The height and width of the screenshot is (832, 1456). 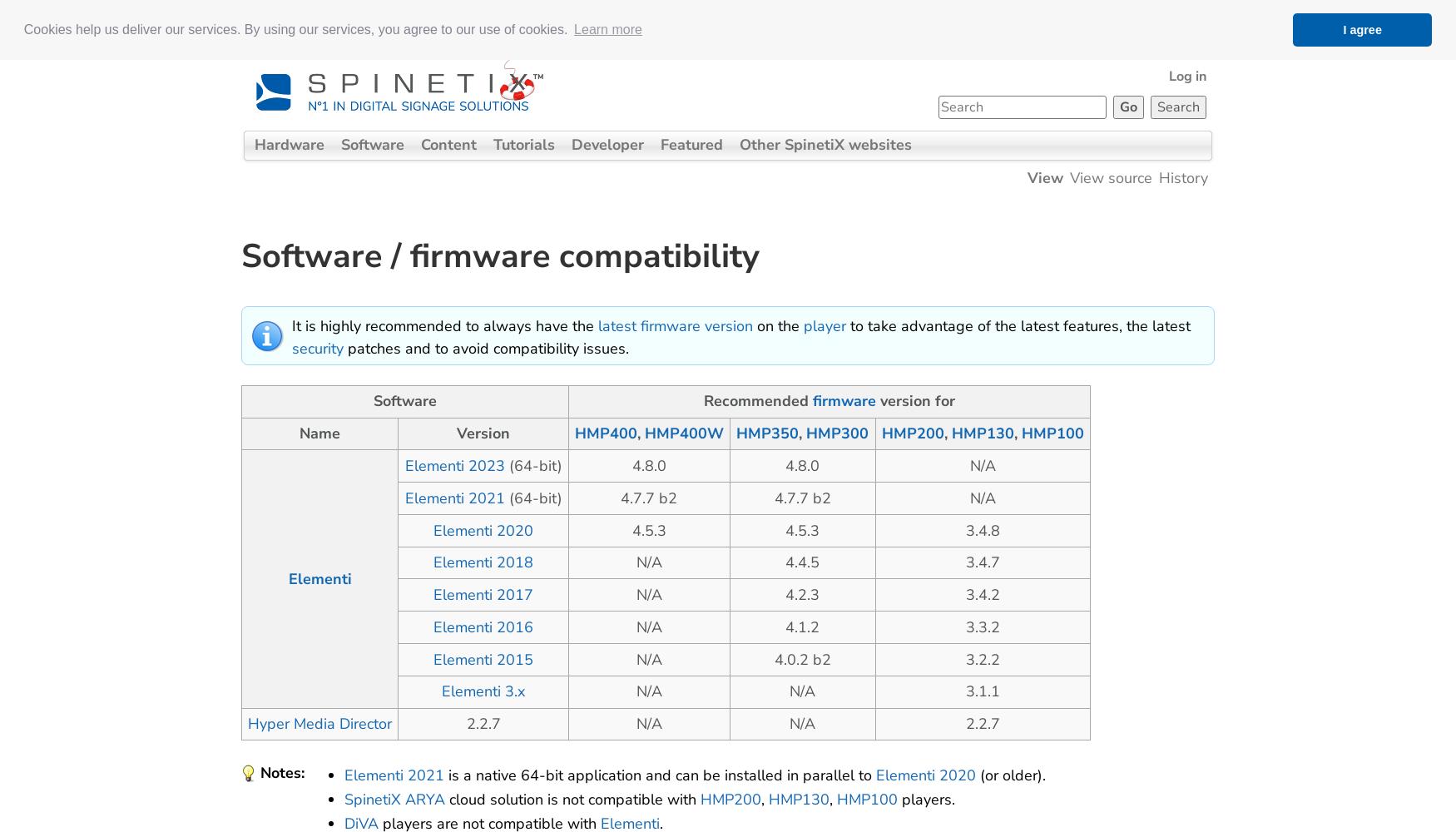 I want to click on '3.4.8', so click(x=981, y=530).